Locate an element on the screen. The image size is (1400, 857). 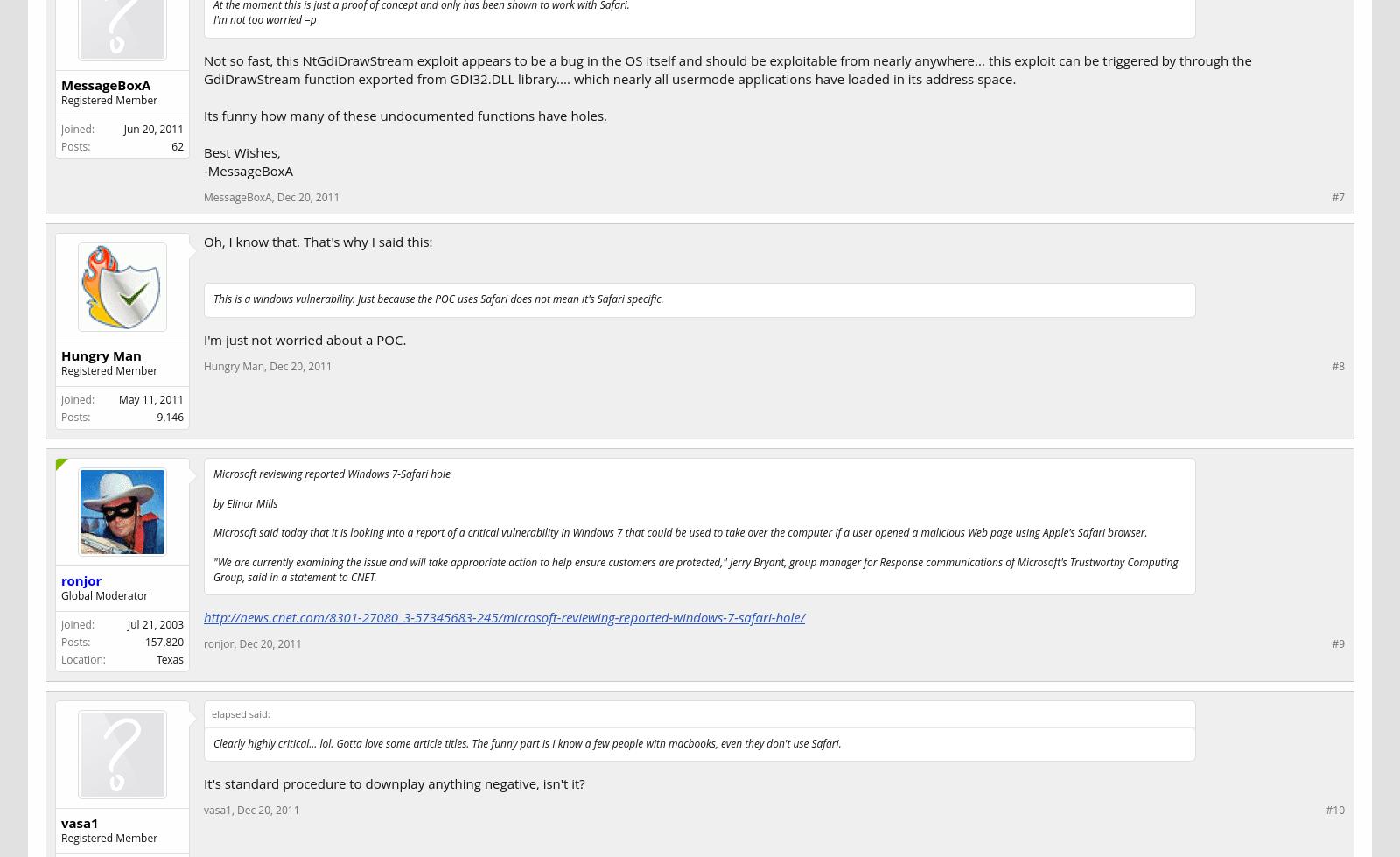
'Microsoft reviewing reported Windows 7-Safari hole' is located at coordinates (332, 473).